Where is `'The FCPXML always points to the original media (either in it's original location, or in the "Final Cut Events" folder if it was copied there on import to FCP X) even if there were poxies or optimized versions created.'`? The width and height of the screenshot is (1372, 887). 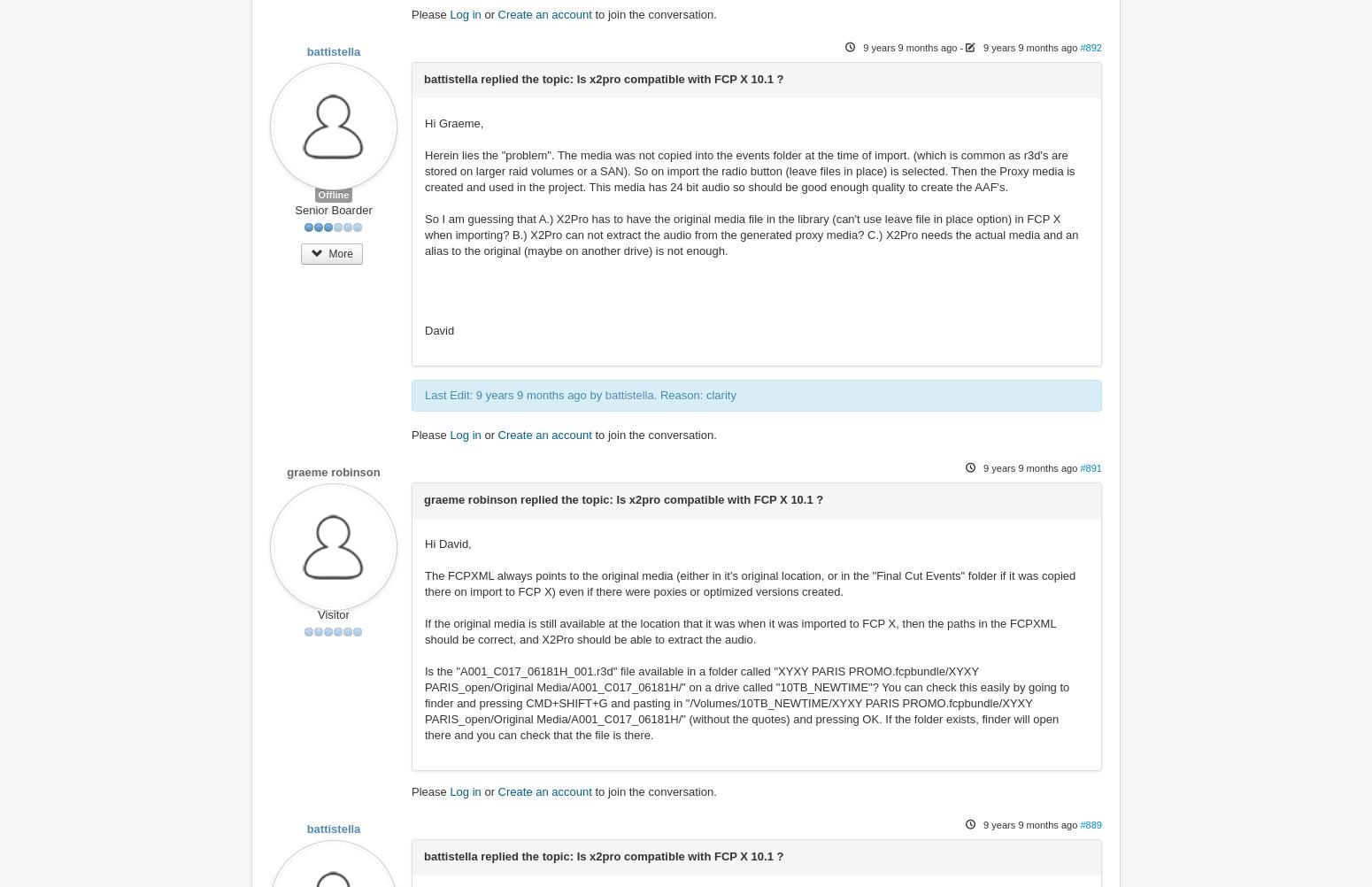
'The FCPXML always points to the original media (either in it's original location, or in the "Final Cut Events" folder if it was copied there on import to FCP X) even if there were poxies or optimized versions created.' is located at coordinates (749, 582).